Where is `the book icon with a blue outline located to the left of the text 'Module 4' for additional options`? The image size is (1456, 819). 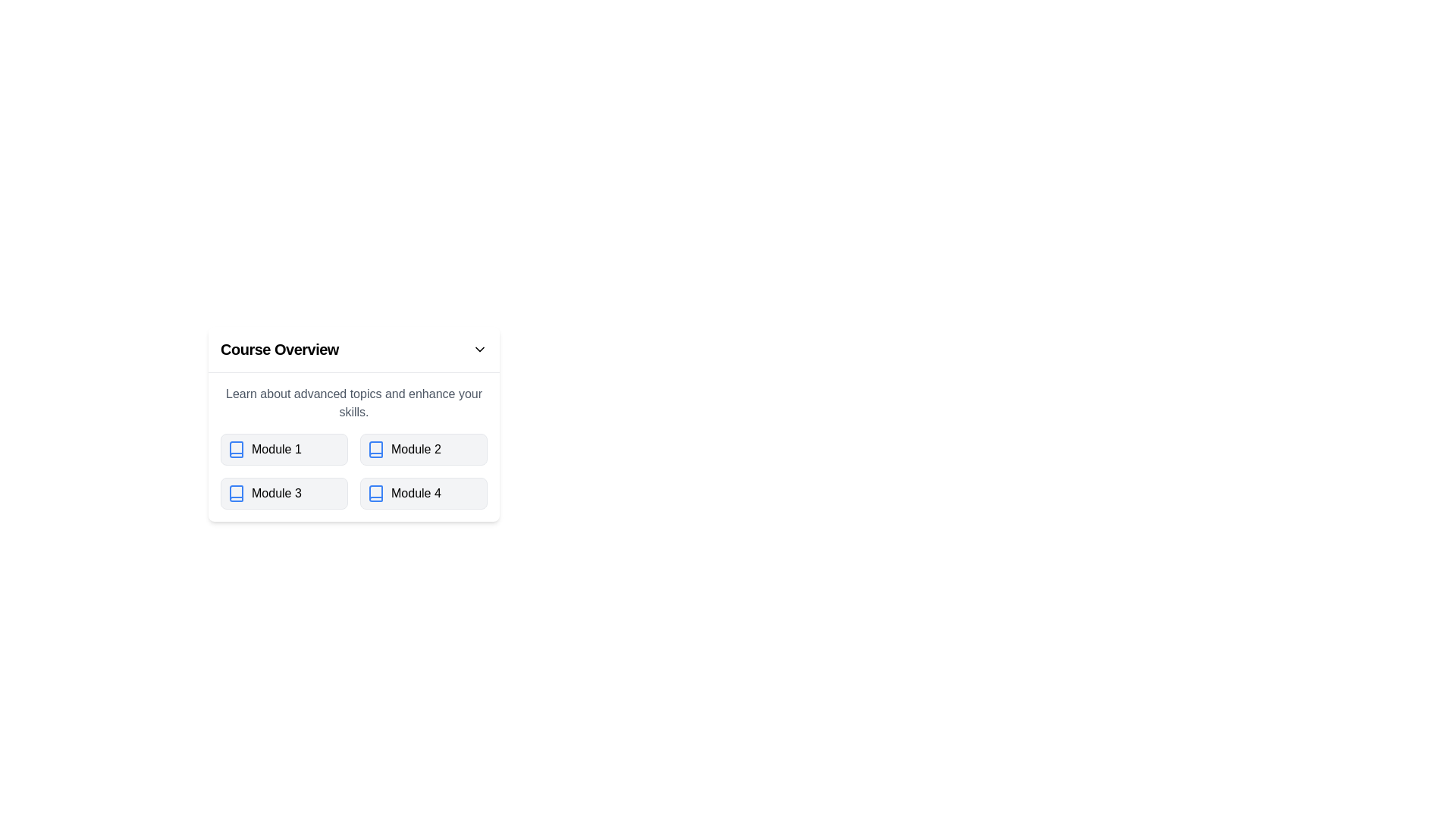
the book icon with a blue outline located to the left of the text 'Module 4' for additional options is located at coordinates (375, 494).